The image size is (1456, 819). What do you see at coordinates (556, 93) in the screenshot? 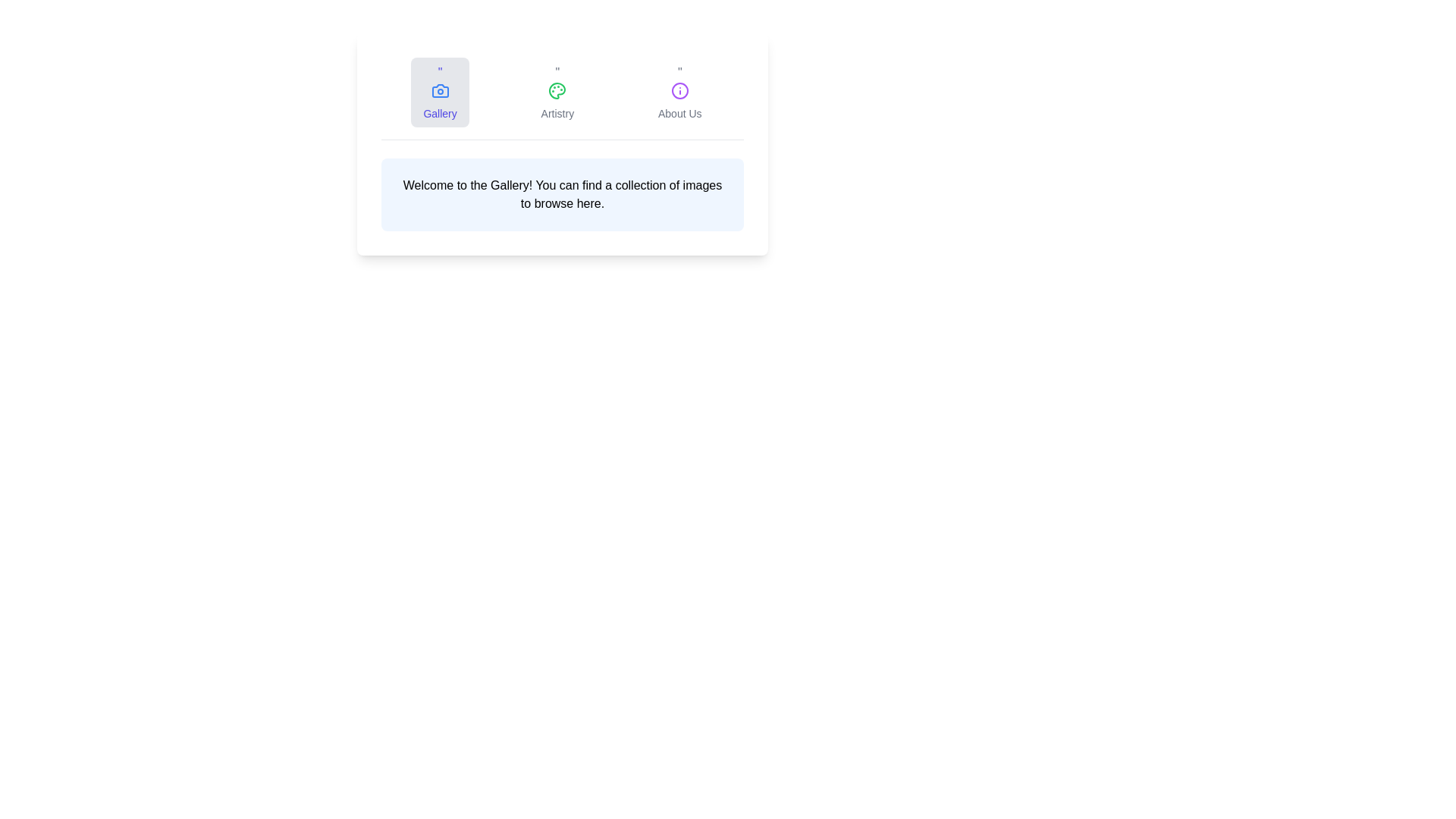
I see `the tab button labeled Artistry to observe the hover effect` at bounding box center [556, 93].